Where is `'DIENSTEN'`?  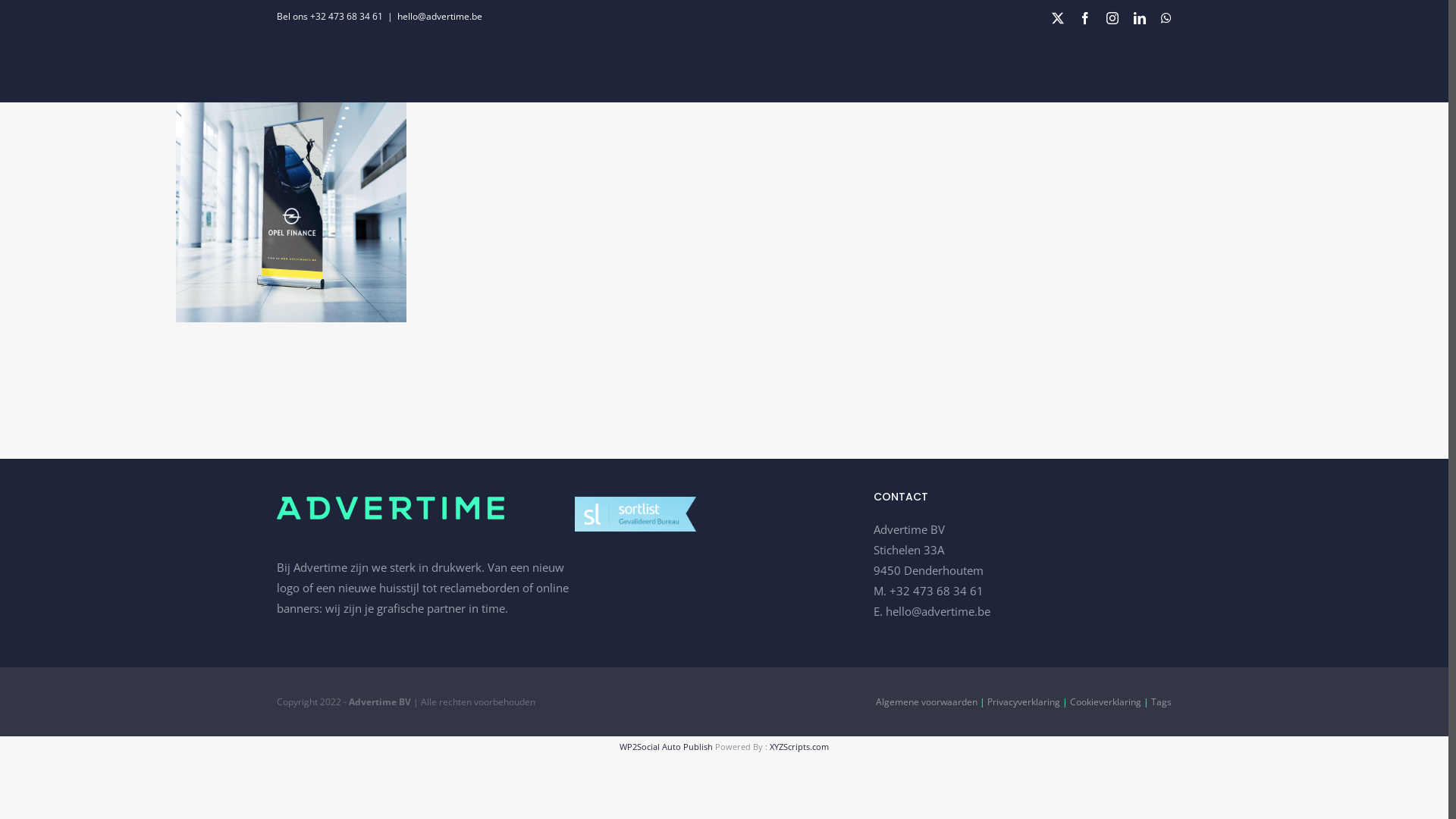
'DIENSTEN' is located at coordinates (767, 65).